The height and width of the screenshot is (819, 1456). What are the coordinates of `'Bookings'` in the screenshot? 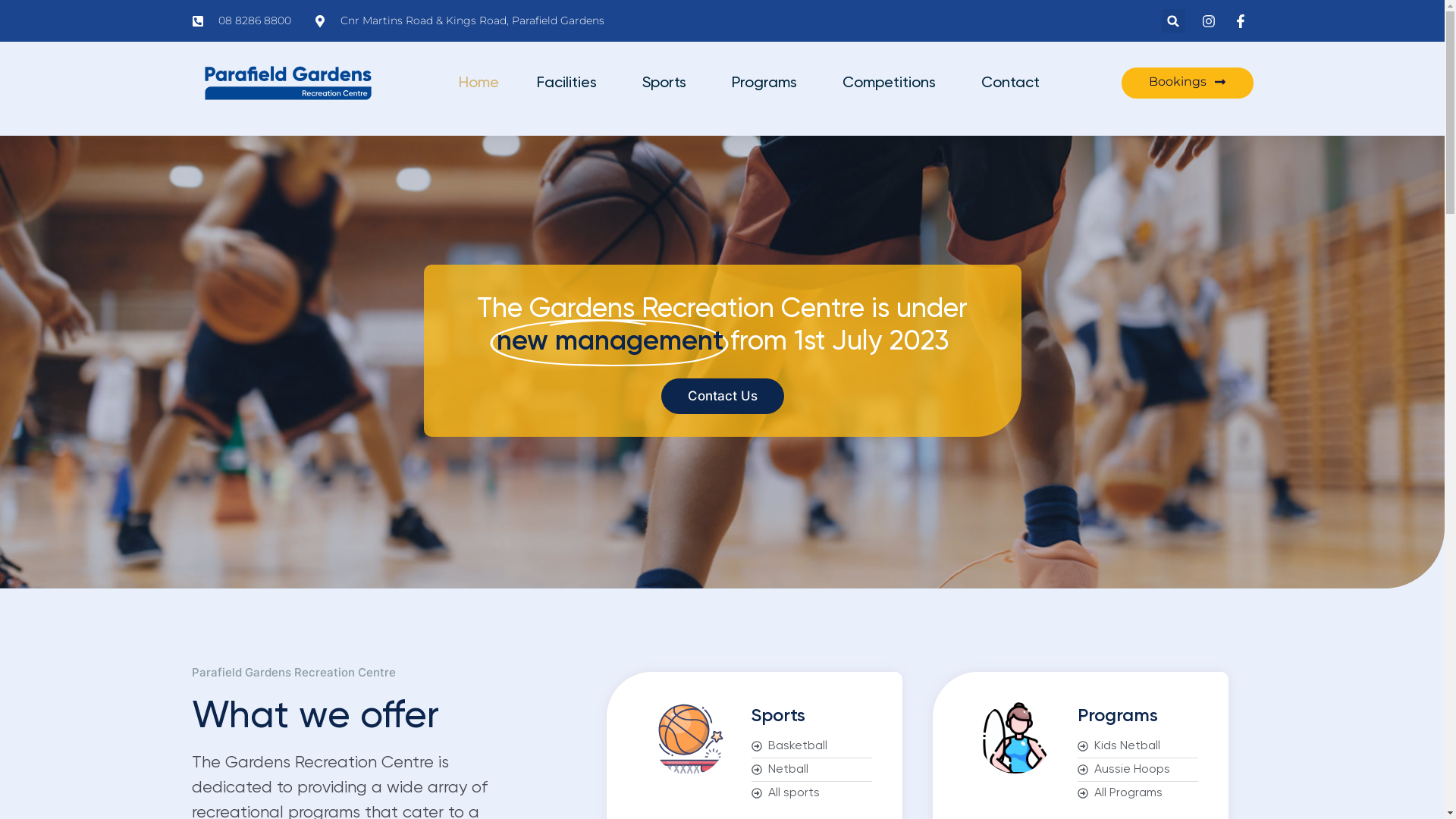 It's located at (1185, 83).